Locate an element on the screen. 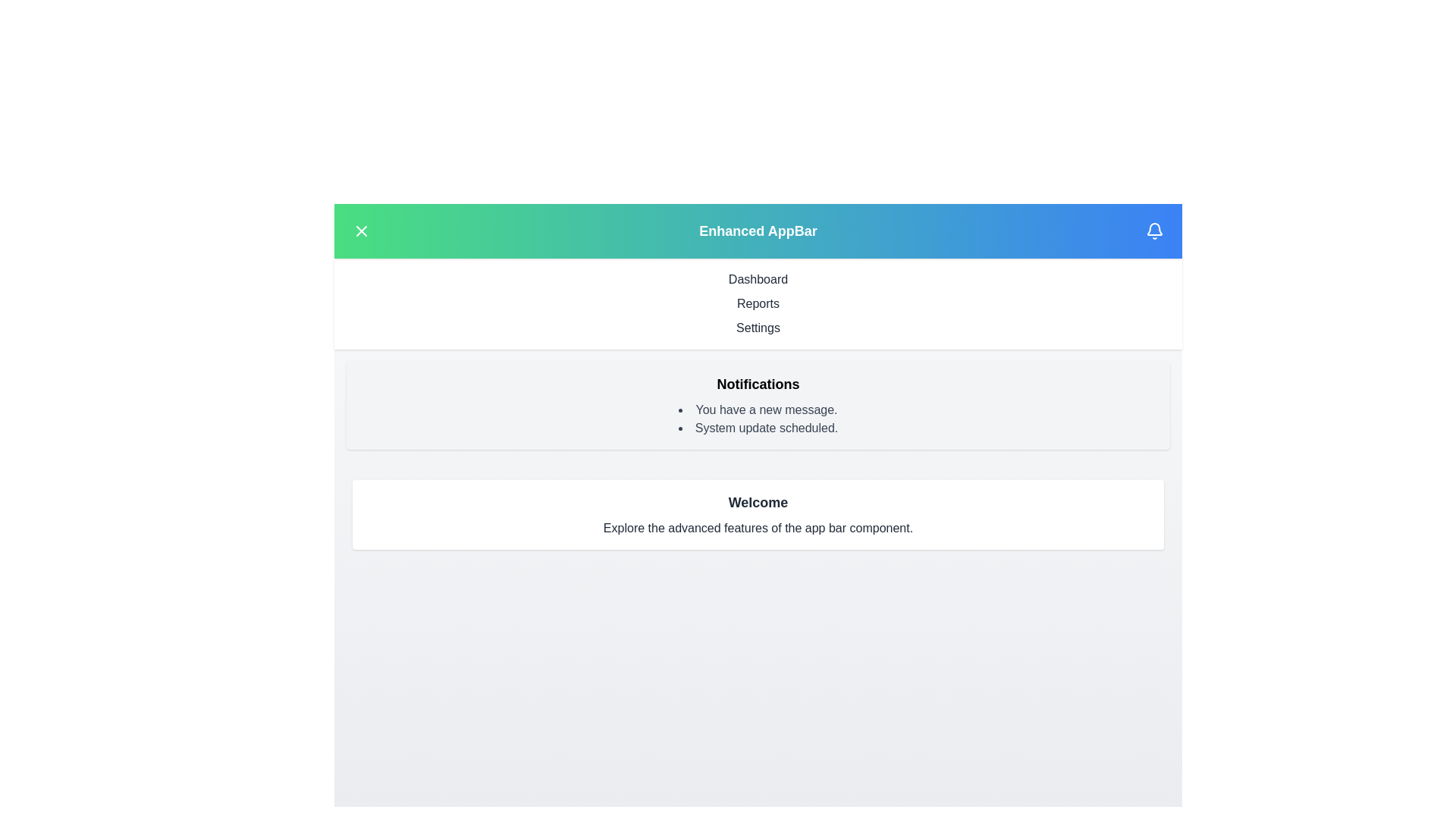 This screenshot has height=819, width=1456. button to toggle the sidebar menu visibility is located at coordinates (360, 231).